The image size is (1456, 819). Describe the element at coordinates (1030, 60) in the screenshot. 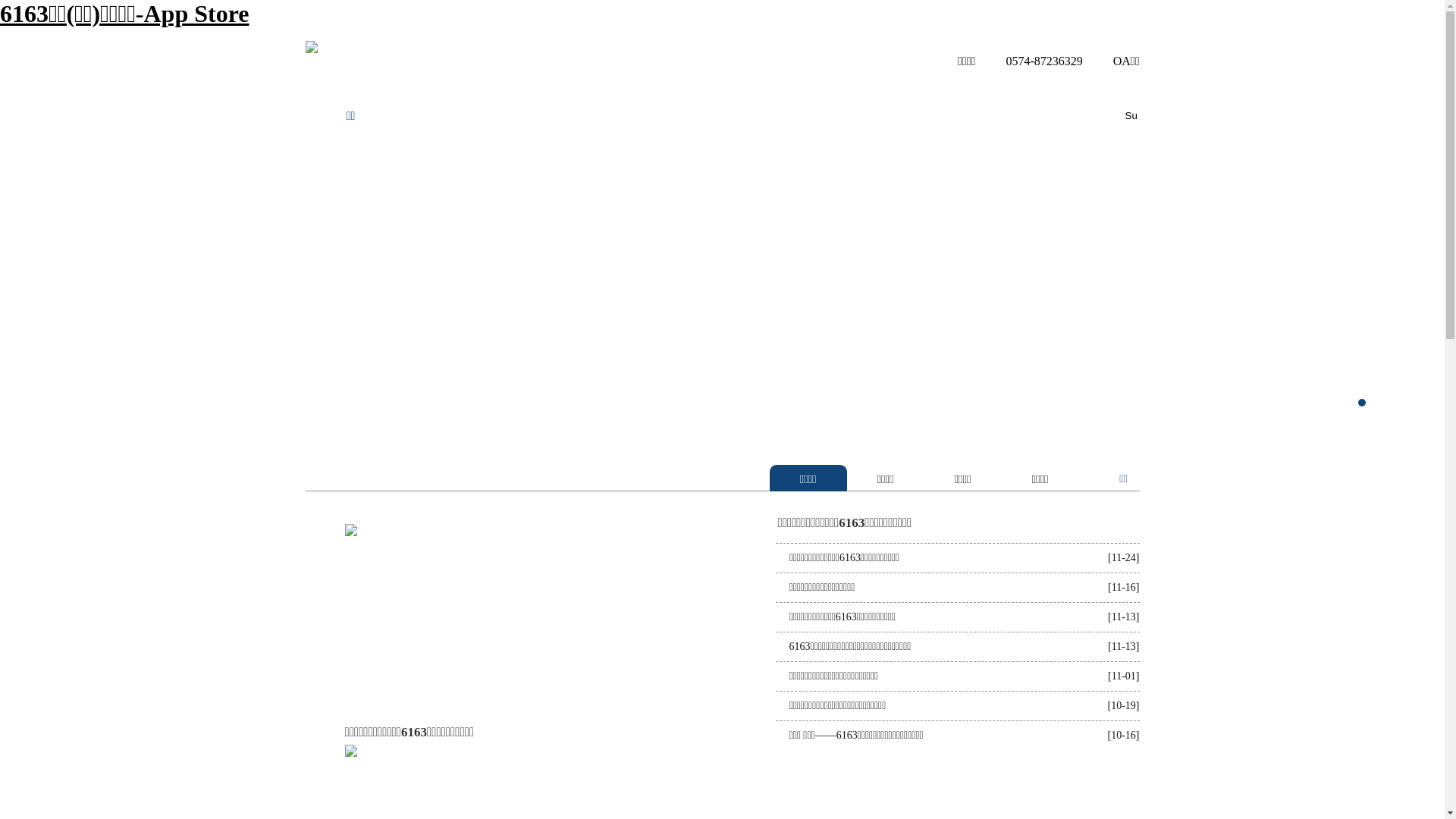

I see `'0574-87236329'` at that location.